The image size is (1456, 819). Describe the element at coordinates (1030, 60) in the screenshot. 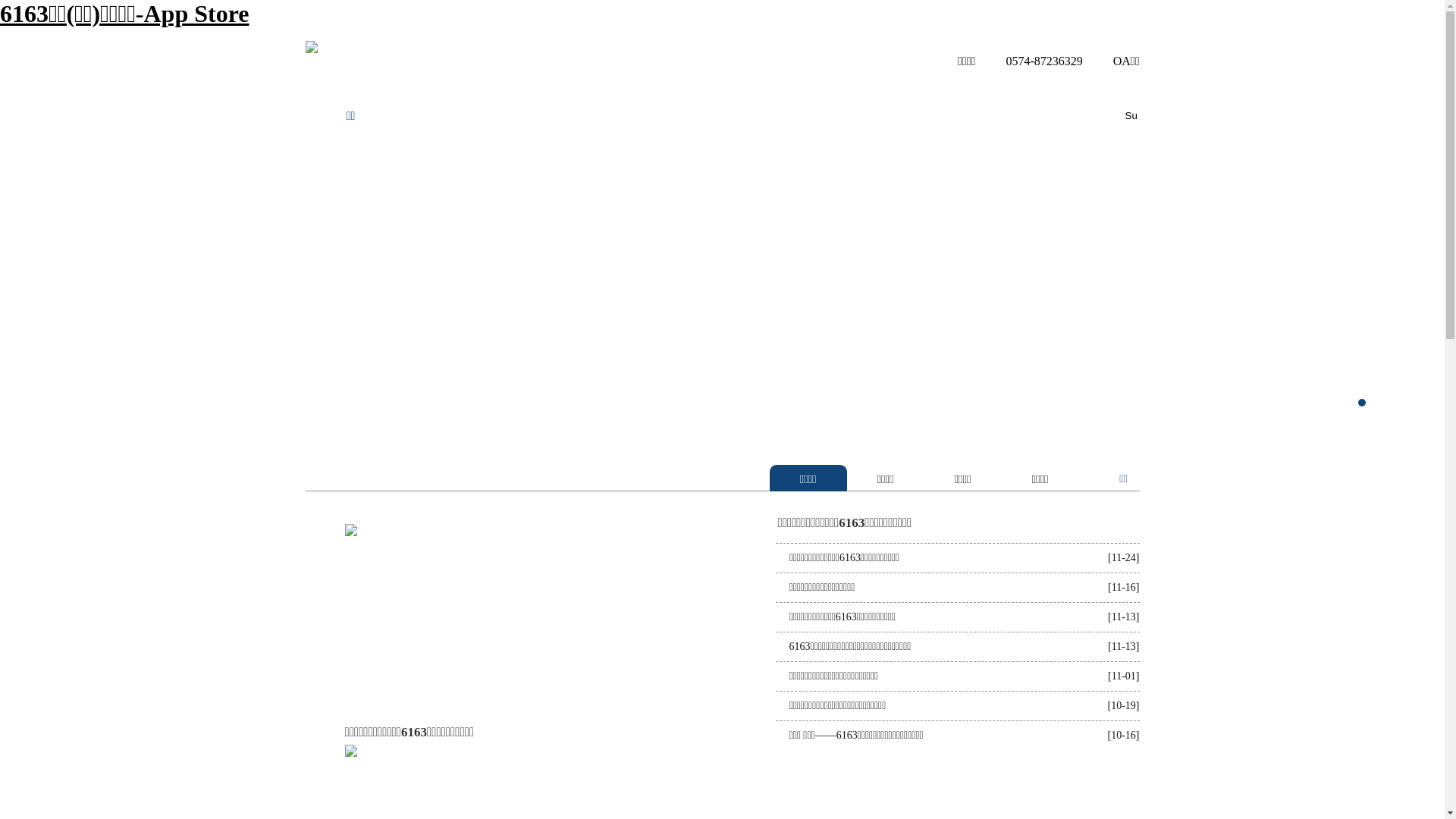

I see `'0574-87236329'` at that location.